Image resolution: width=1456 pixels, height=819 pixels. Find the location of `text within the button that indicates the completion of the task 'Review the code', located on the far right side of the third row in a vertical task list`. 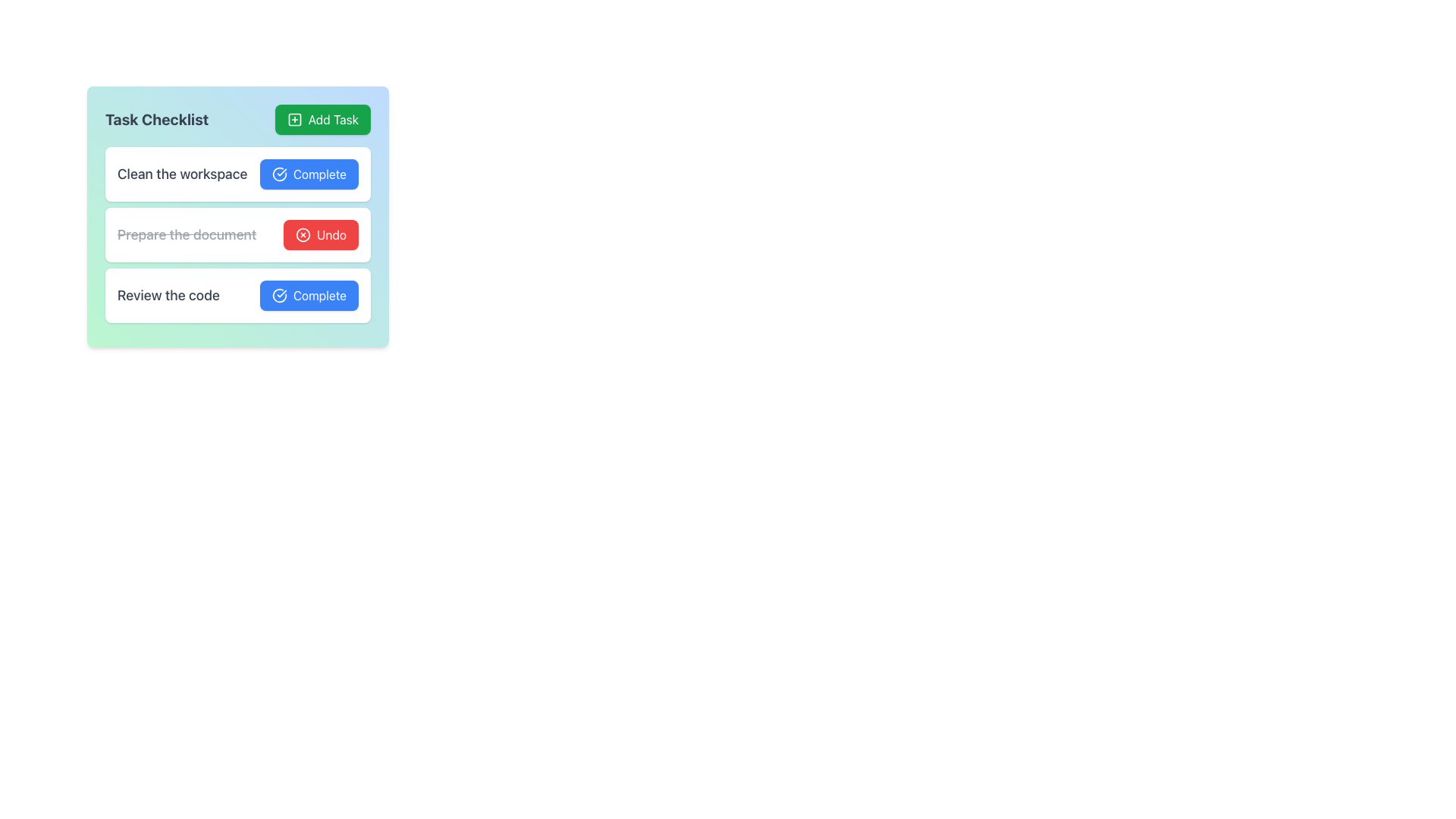

text within the button that indicates the completion of the task 'Review the code', located on the far right side of the third row in a vertical task list is located at coordinates (319, 295).